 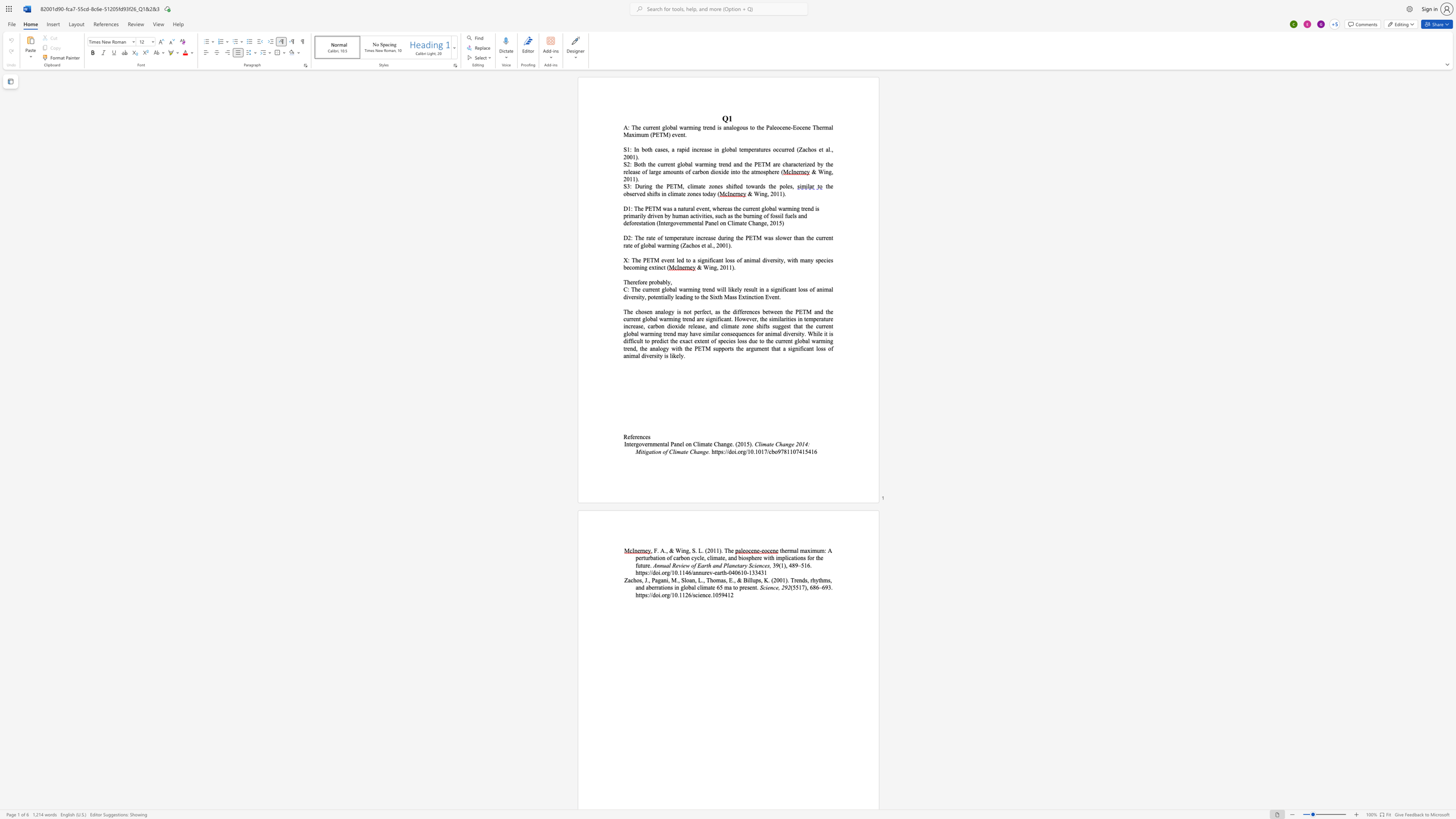 What do you see at coordinates (669, 193) in the screenshot?
I see `the 1th character "c" in the text` at bounding box center [669, 193].